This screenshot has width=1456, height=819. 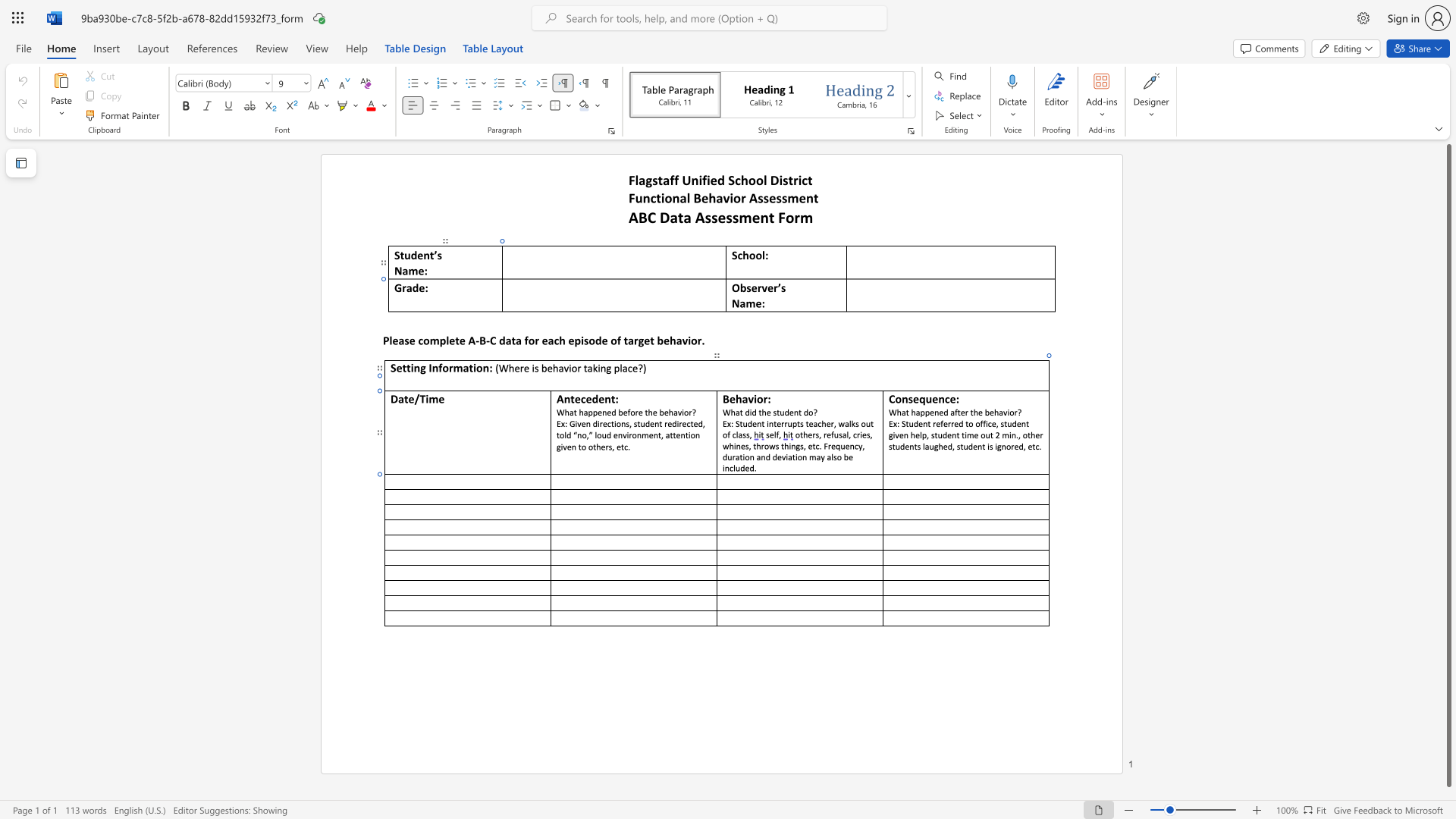 What do you see at coordinates (892, 398) in the screenshot?
I see `the 1th character "C" in the text` at bounding box center [892, 398].